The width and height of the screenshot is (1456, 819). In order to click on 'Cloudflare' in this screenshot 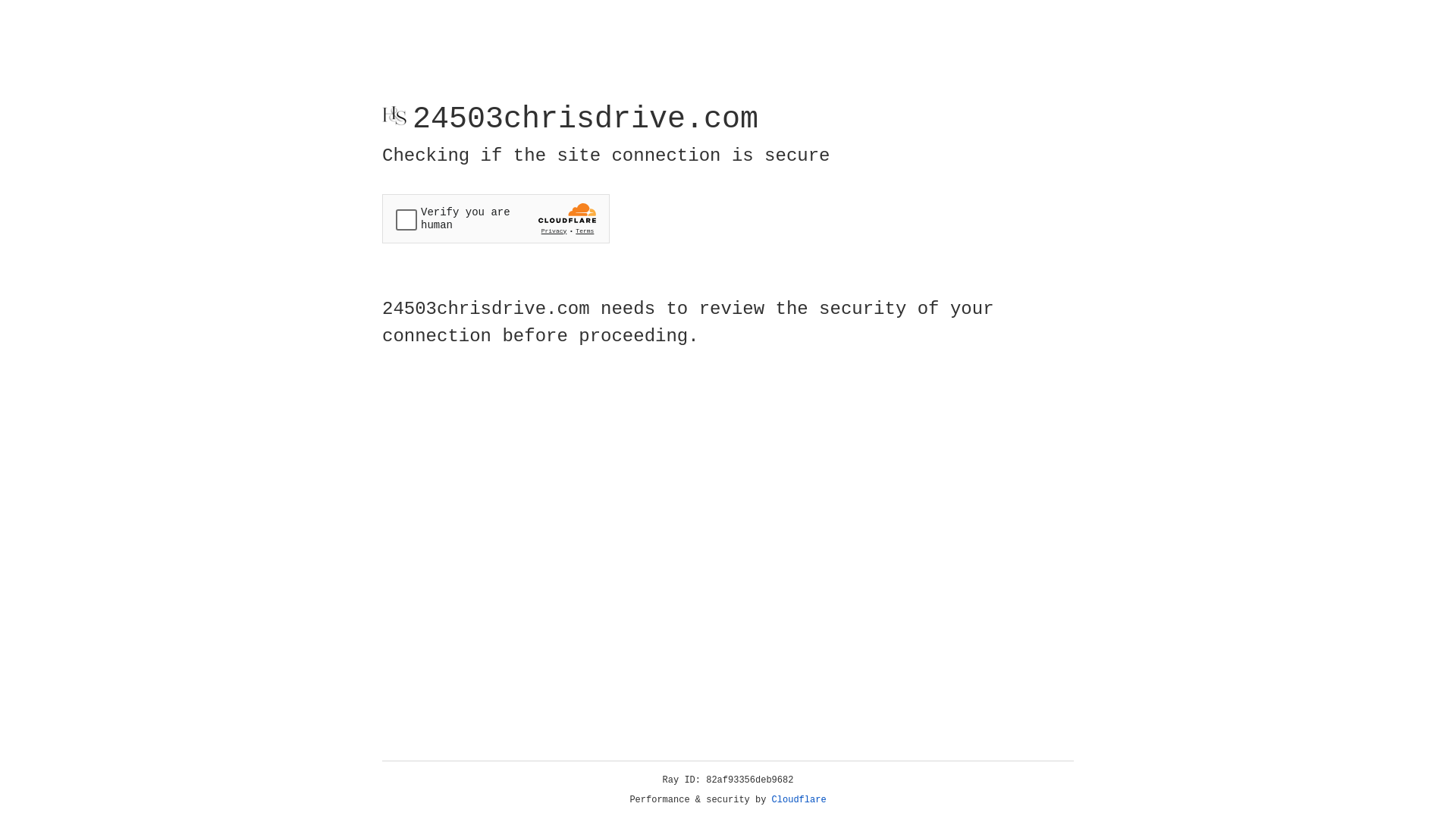, I will do `click(799, 799)`.